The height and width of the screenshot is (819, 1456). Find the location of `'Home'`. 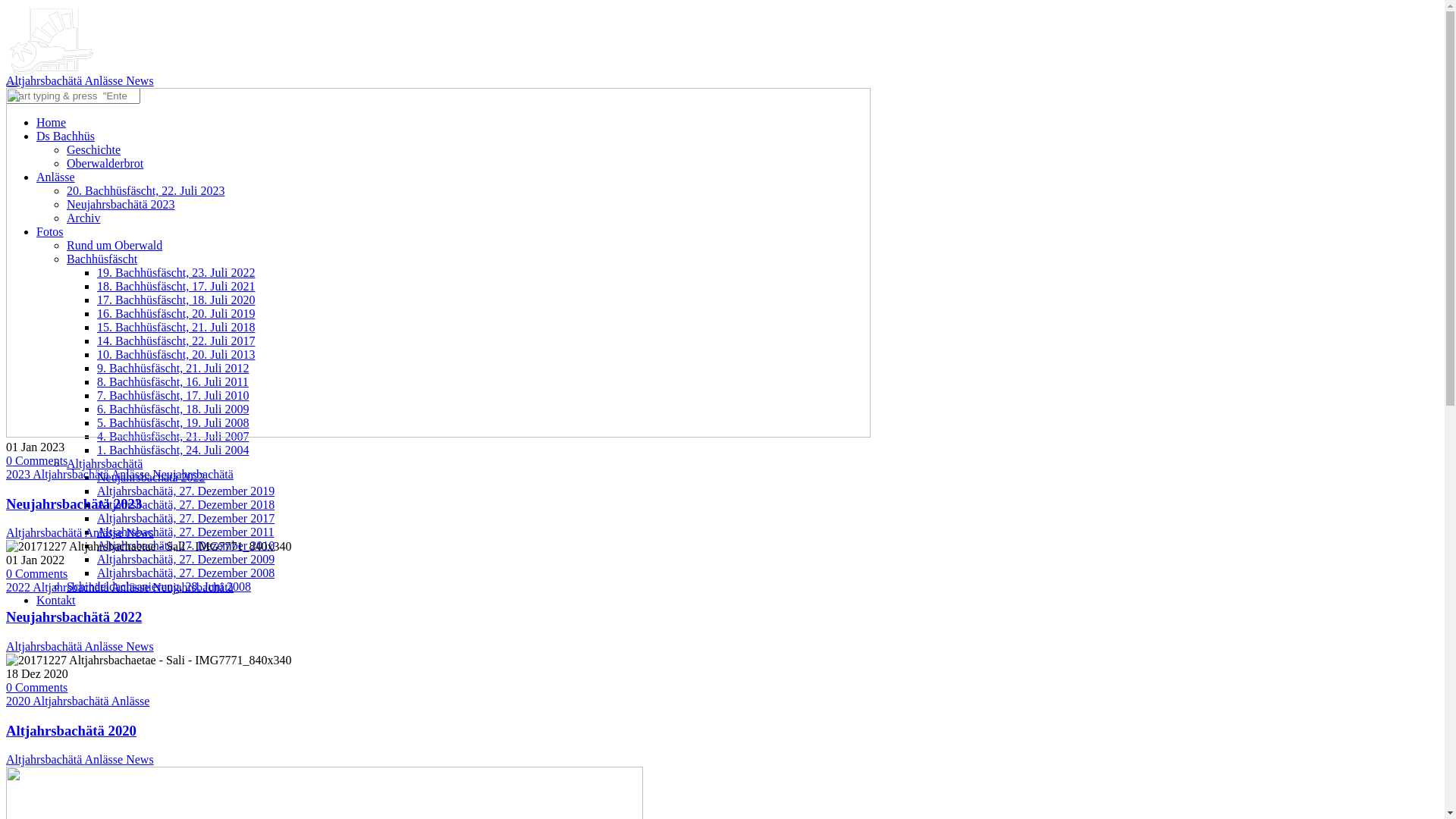

'Home' is located at coordinates (51, 121).